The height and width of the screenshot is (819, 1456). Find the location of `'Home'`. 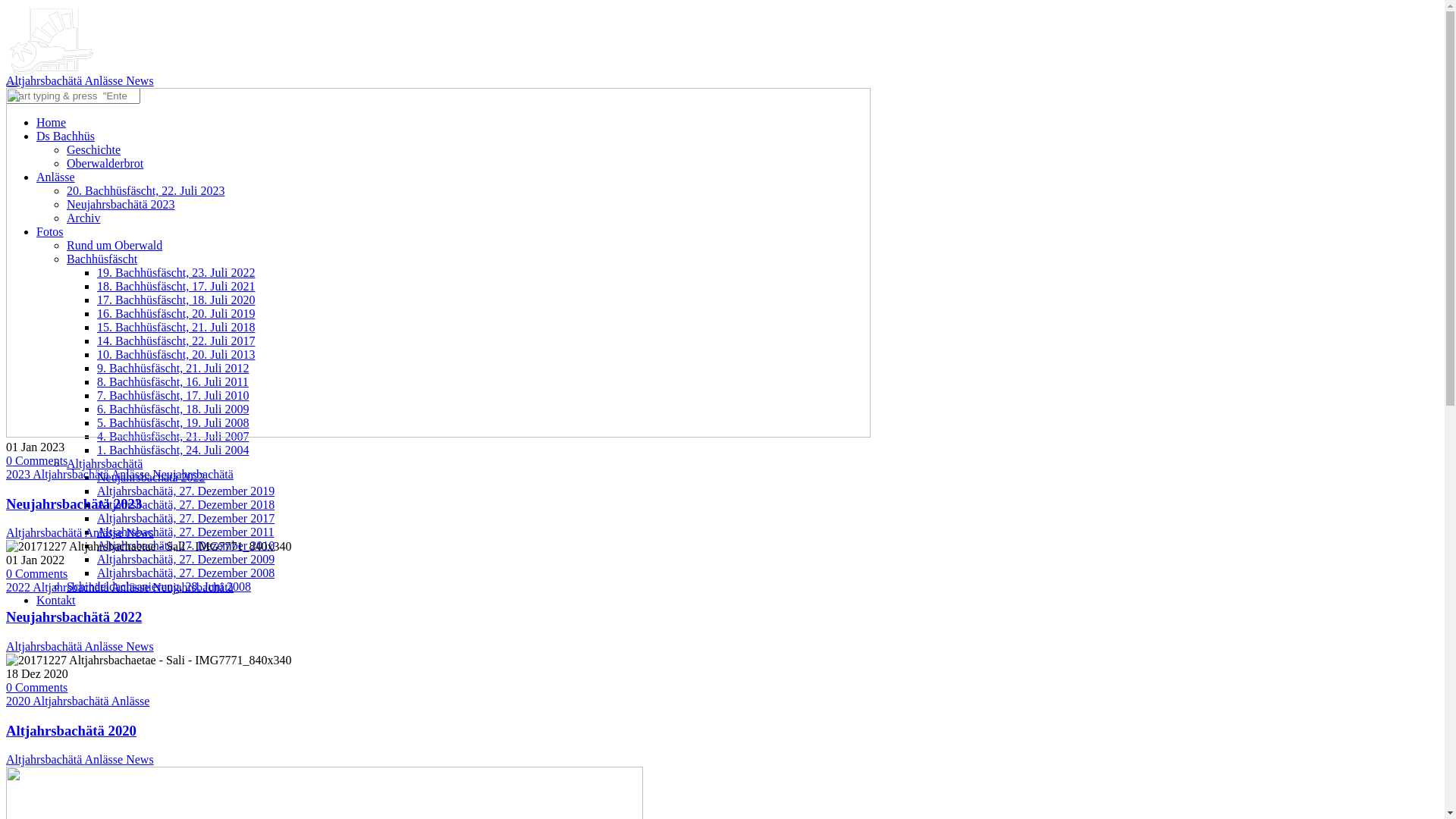

'Home' is located at coordinates (51, 121).